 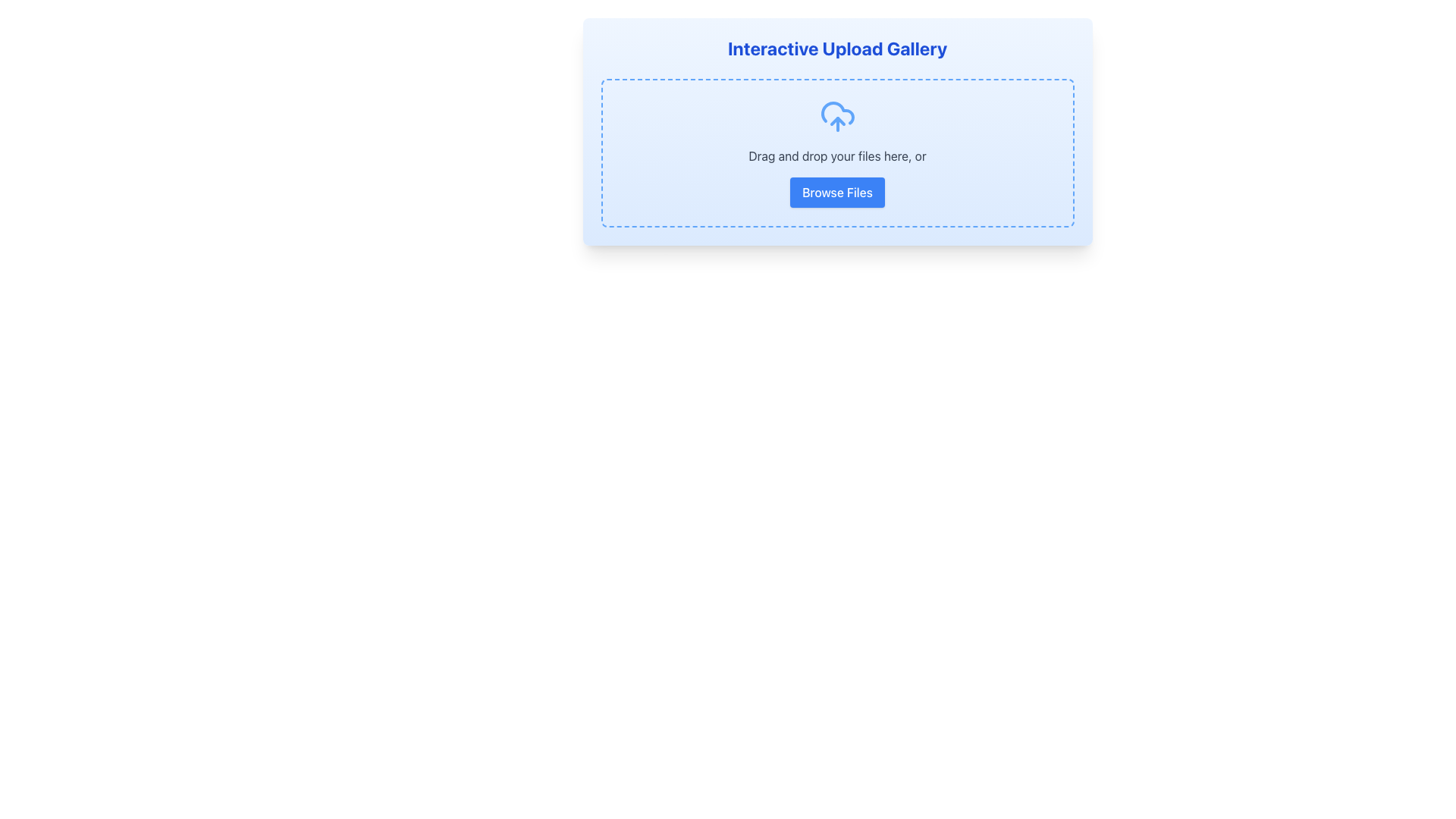 I want to click on the cloud-shaped upload icon with an upwards arrow inside it, which is centrally positioned above the 'Drag and drop your files here, or' text and below the 'Interactive Upload Gallery' section title, so click(x=836, y=116).